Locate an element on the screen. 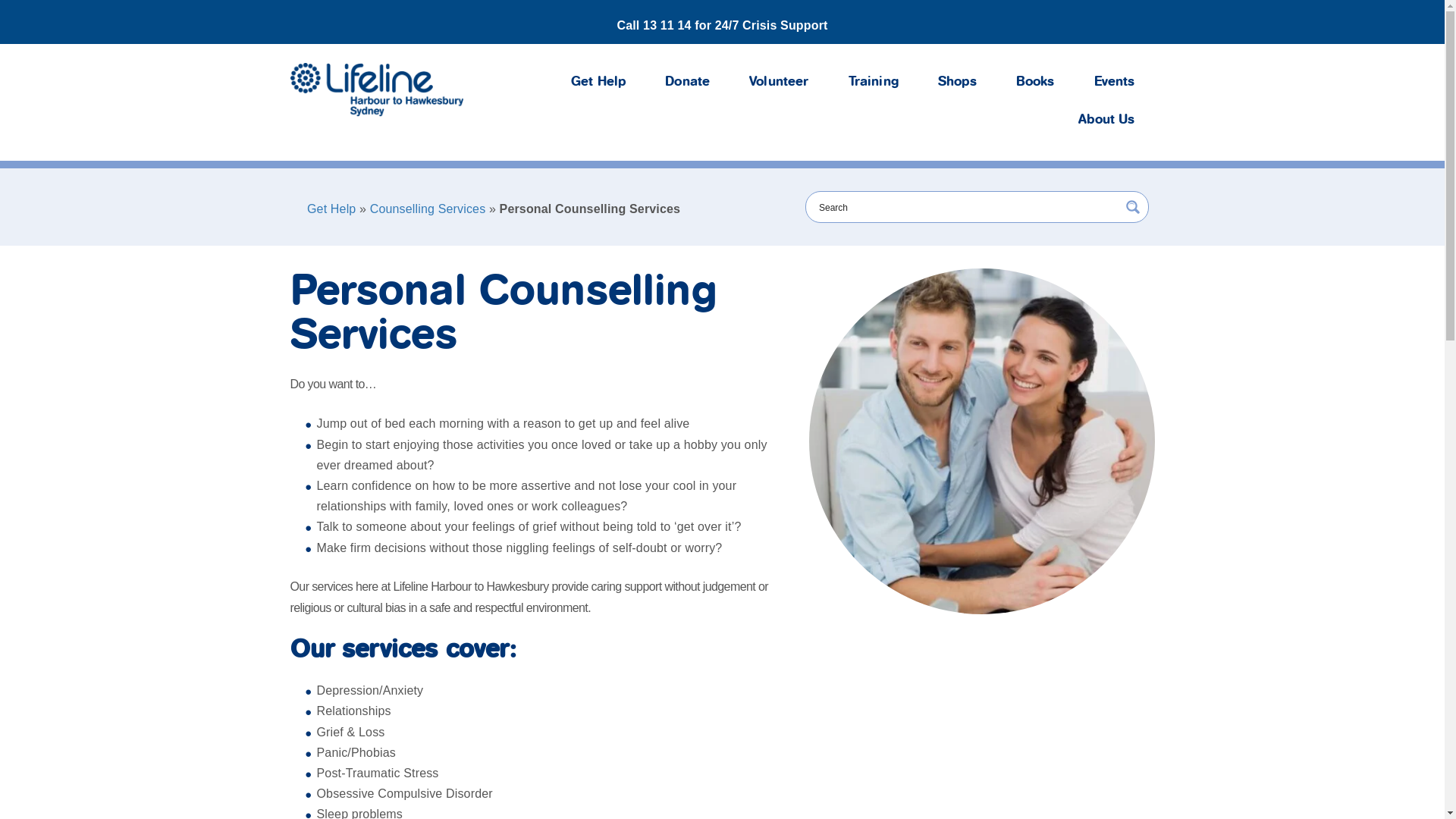 This screenshot has height=819, width=1456. 'Counselling Services' is located at coordinates (370, 209).